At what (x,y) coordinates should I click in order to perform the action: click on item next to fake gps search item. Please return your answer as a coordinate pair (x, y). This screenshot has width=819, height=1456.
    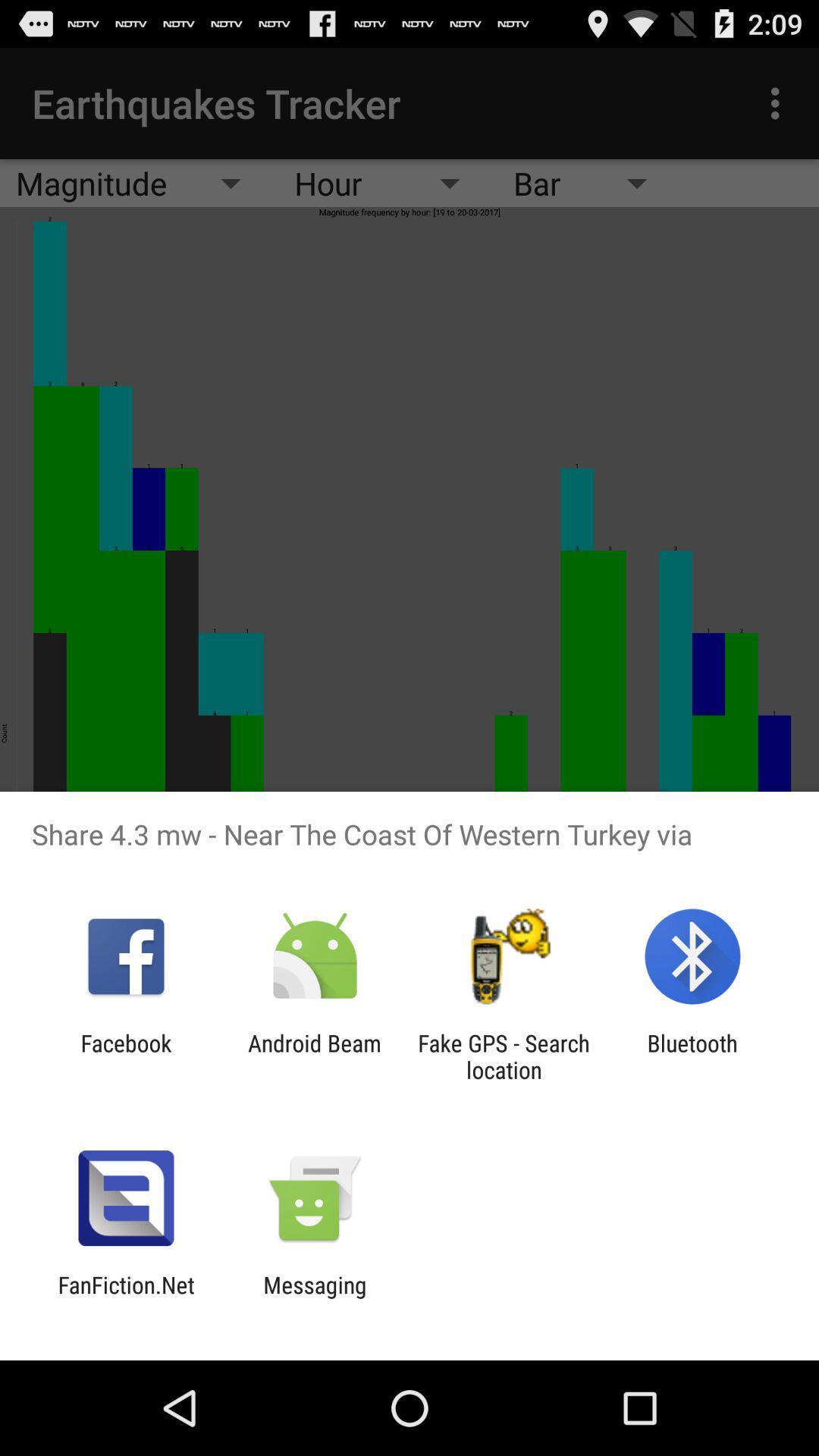
    Looking at the image, I should click on (692, 1056).